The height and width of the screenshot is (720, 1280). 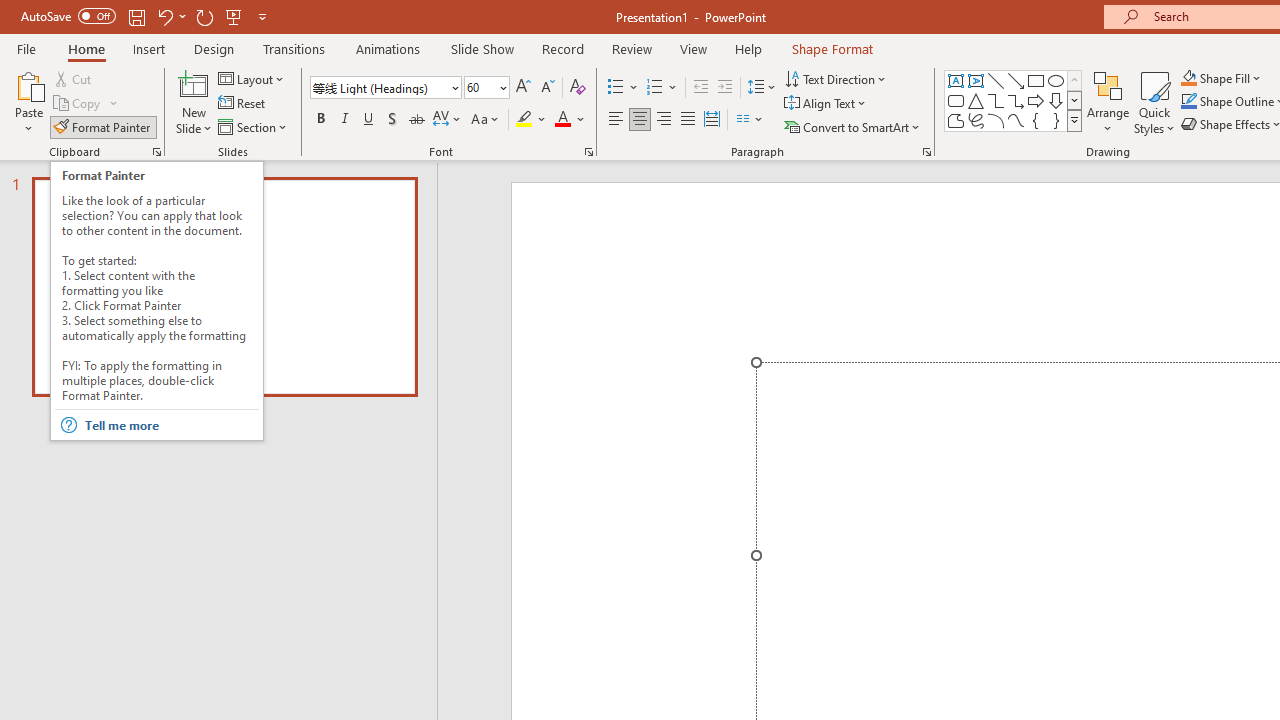 What do you see at coordinates (1189, 101) in the screenshot?
I see `'Shape Outline Blue, Accent 1'` at bounding box center [1189, 101].